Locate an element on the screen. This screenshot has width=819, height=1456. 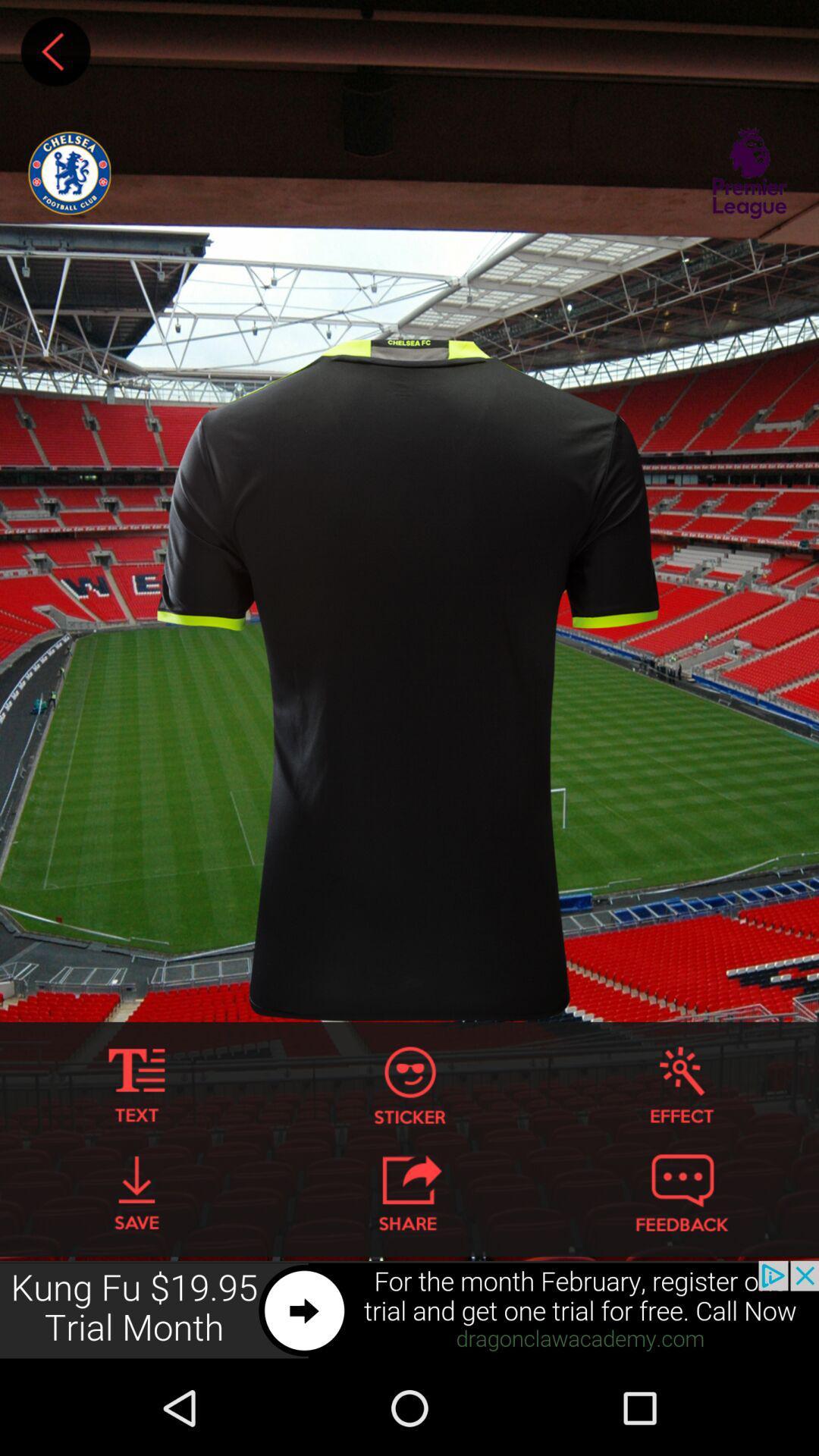
input text is located at coordinates (136, 1084).